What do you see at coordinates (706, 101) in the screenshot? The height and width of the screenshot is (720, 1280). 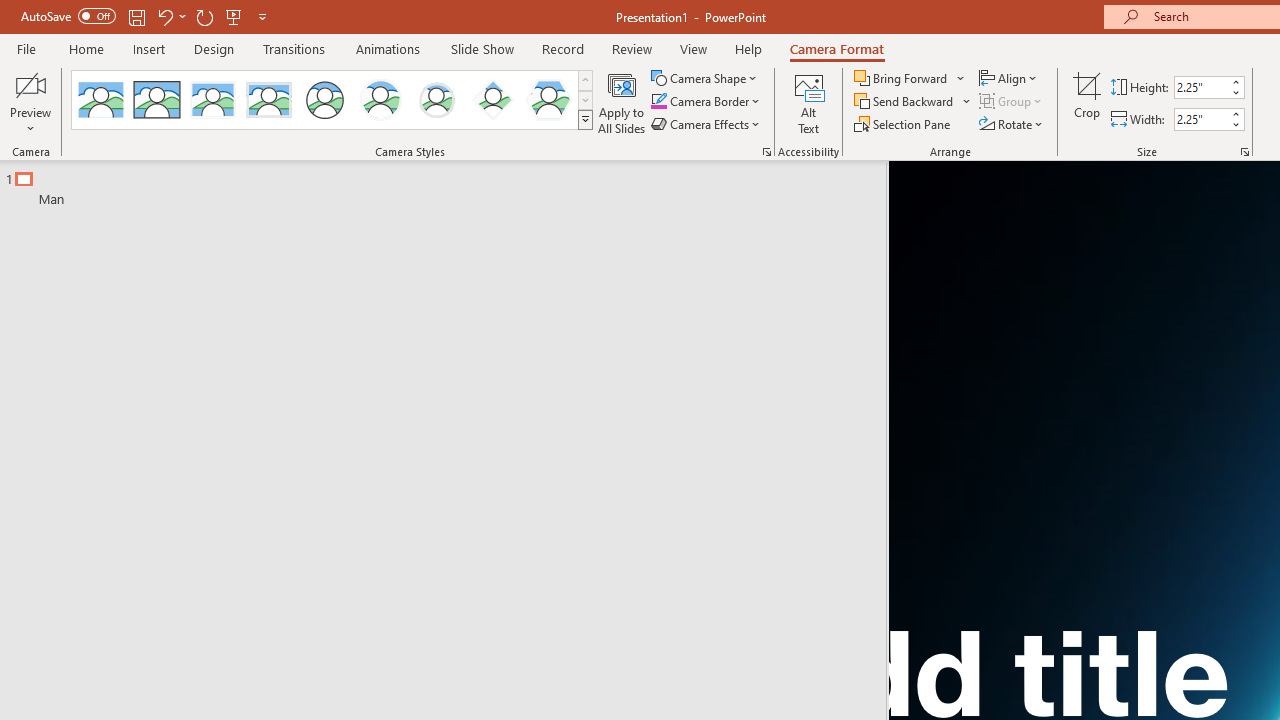 I see `'Camera Border'` at bounding box center [706, 101].